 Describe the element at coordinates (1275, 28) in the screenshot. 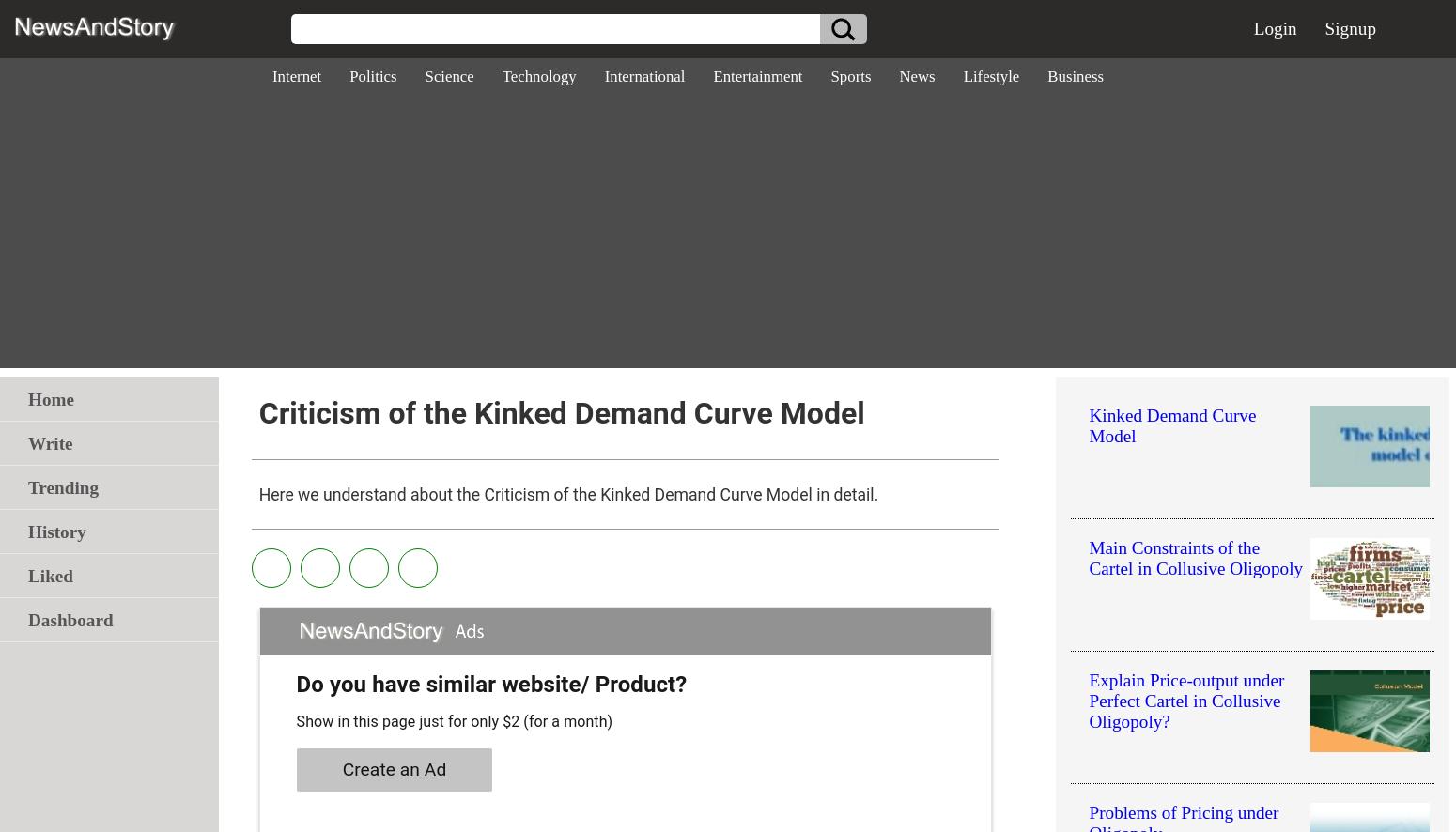

I see `'Login'` at that location.